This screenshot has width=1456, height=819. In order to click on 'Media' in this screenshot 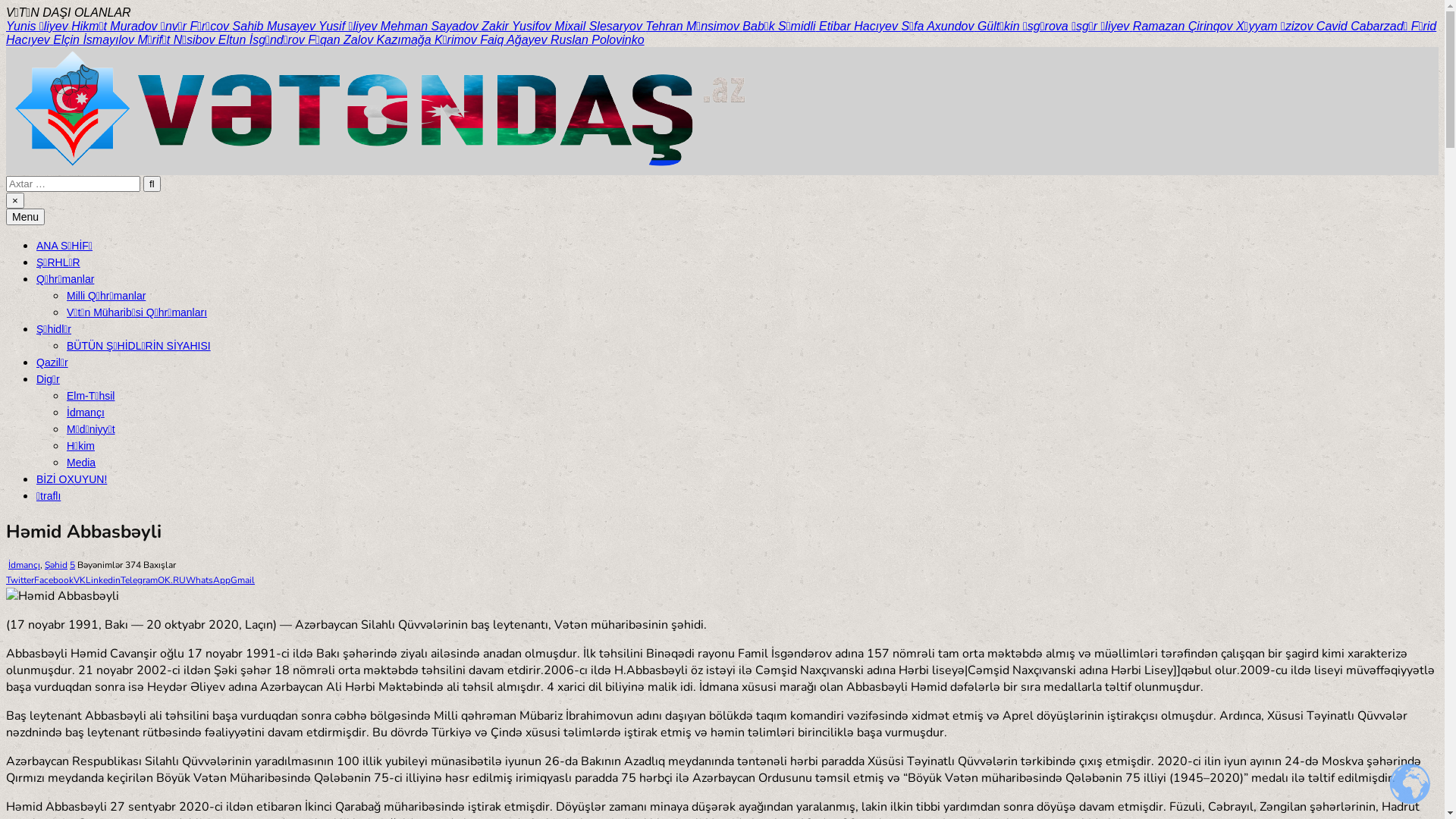, I will do `click(65, 461)`.